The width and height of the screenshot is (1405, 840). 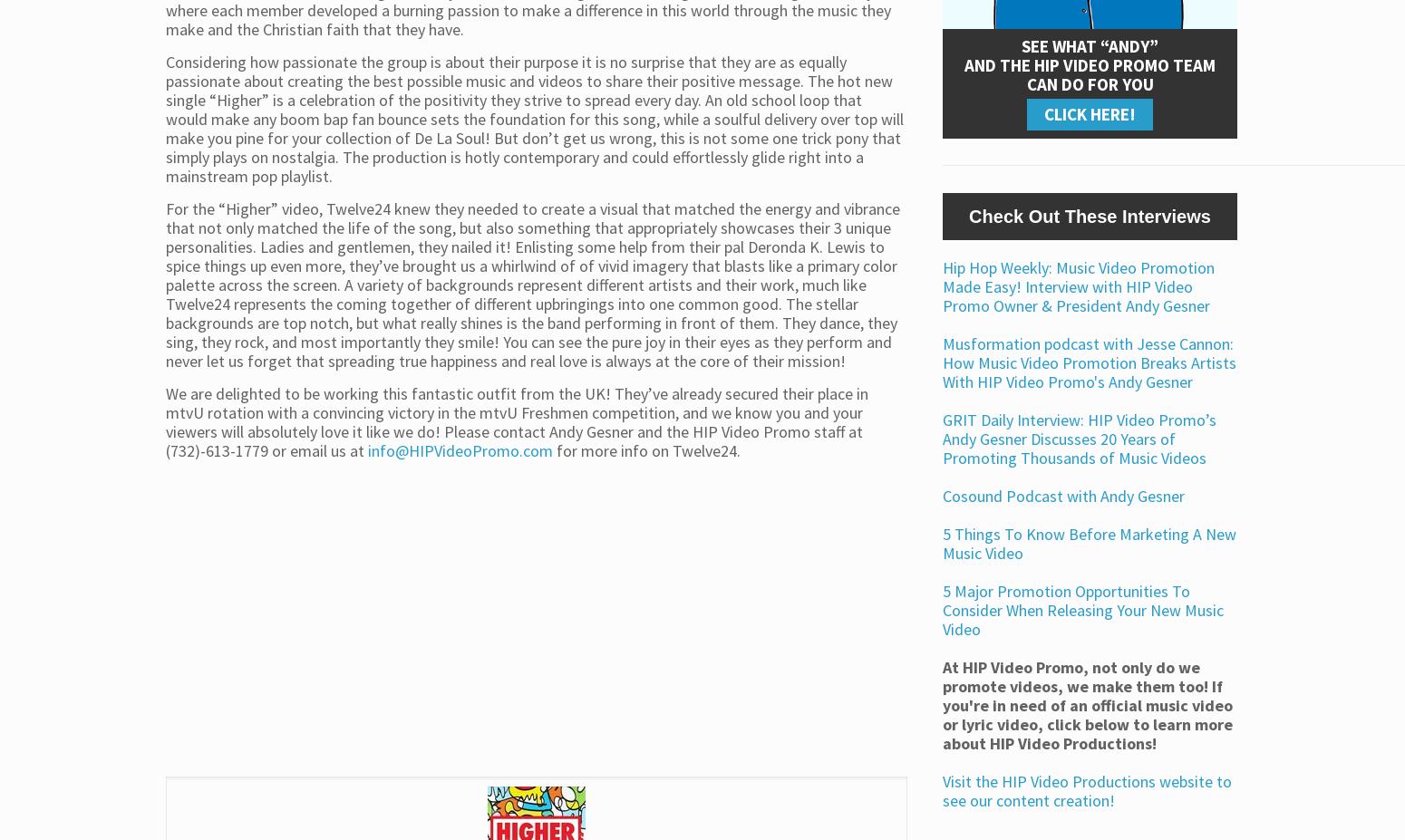 What do you see at coordinates (517, 420) in the screenshot?
I see `'We are delighted to be working this fantastic outfit from the UK! They’ve already secured their place in mtvU rotation with a convincing victory in the mtvU Freshmen competition, and we know you and your viewers will absolutely love it like we do! Please contact Andy Gesner and the HIP Video Promo staff at (732)-613-1779 or email us at'` at bounding box center [517, 420].